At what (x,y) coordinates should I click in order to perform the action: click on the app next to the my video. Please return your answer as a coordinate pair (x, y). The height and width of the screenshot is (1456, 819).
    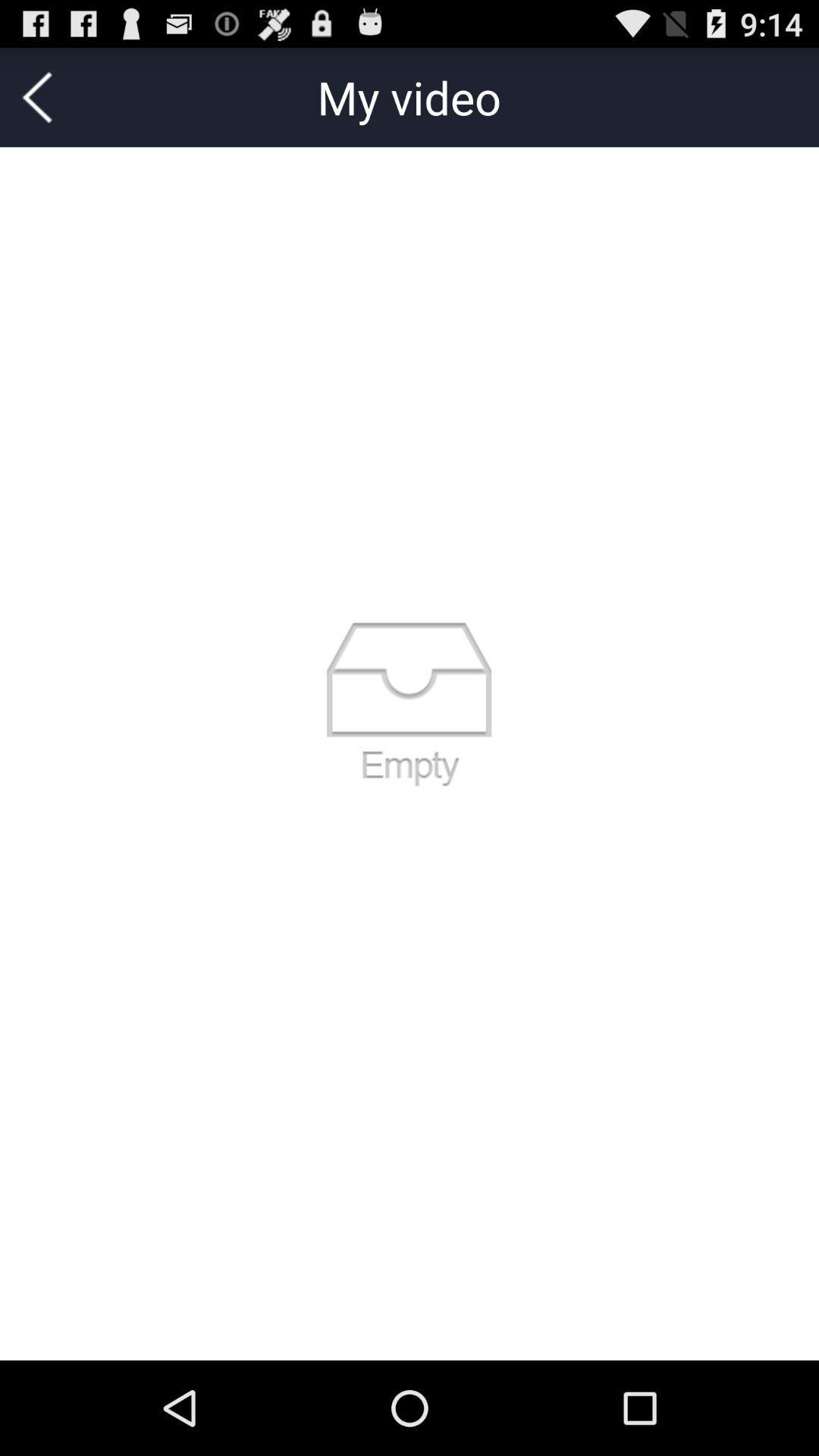
    Looking at the image, I should click on (36, 96).